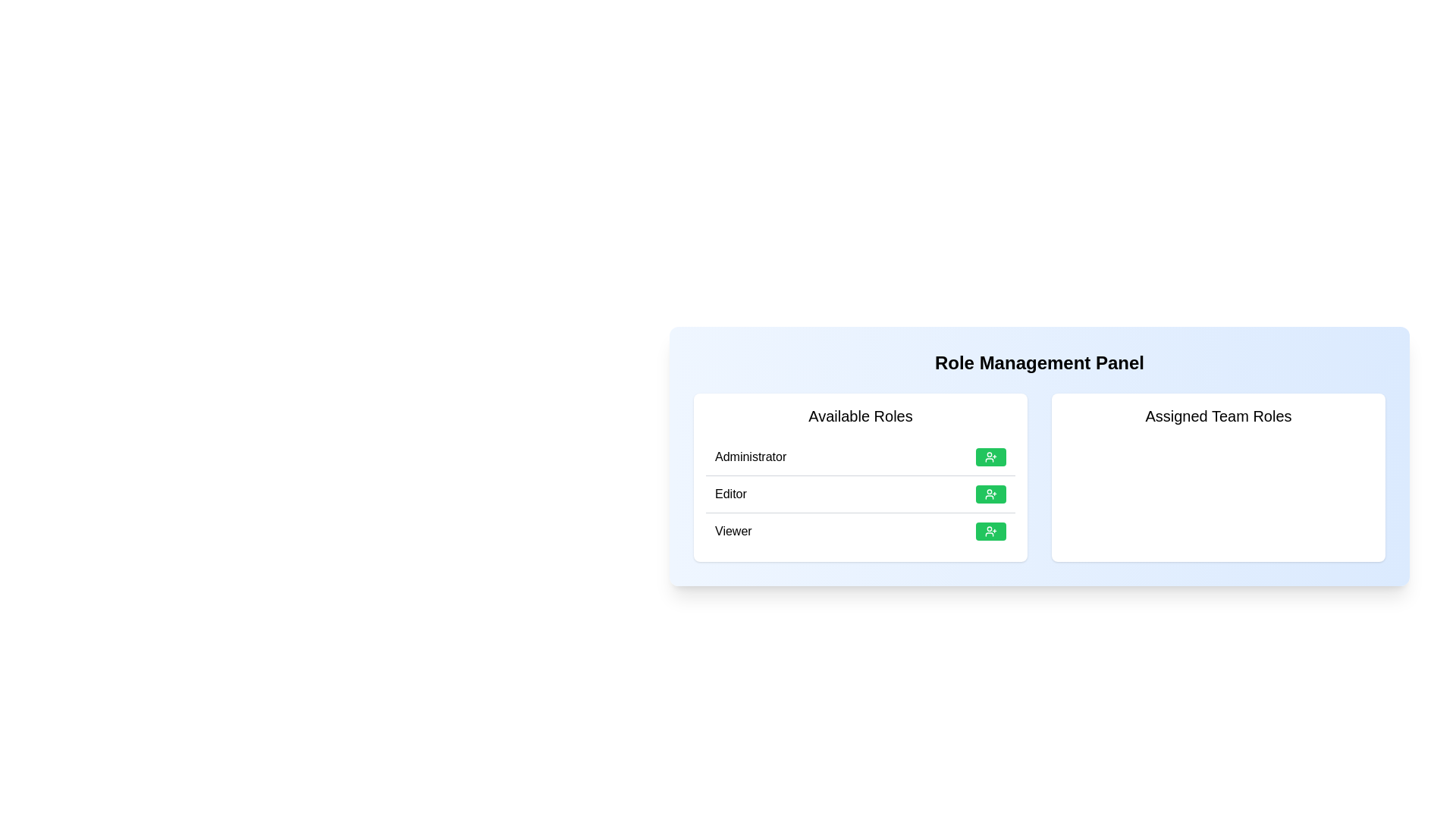 Image resolution: width=1456 pixels, height=819 pixels. What do you see at coordinates (990, 456) in the screenshot?
I see `green button next to the role 'Administrator' in the 'Available Roles' section to assign it to the team` at bounding box center [990, 456].